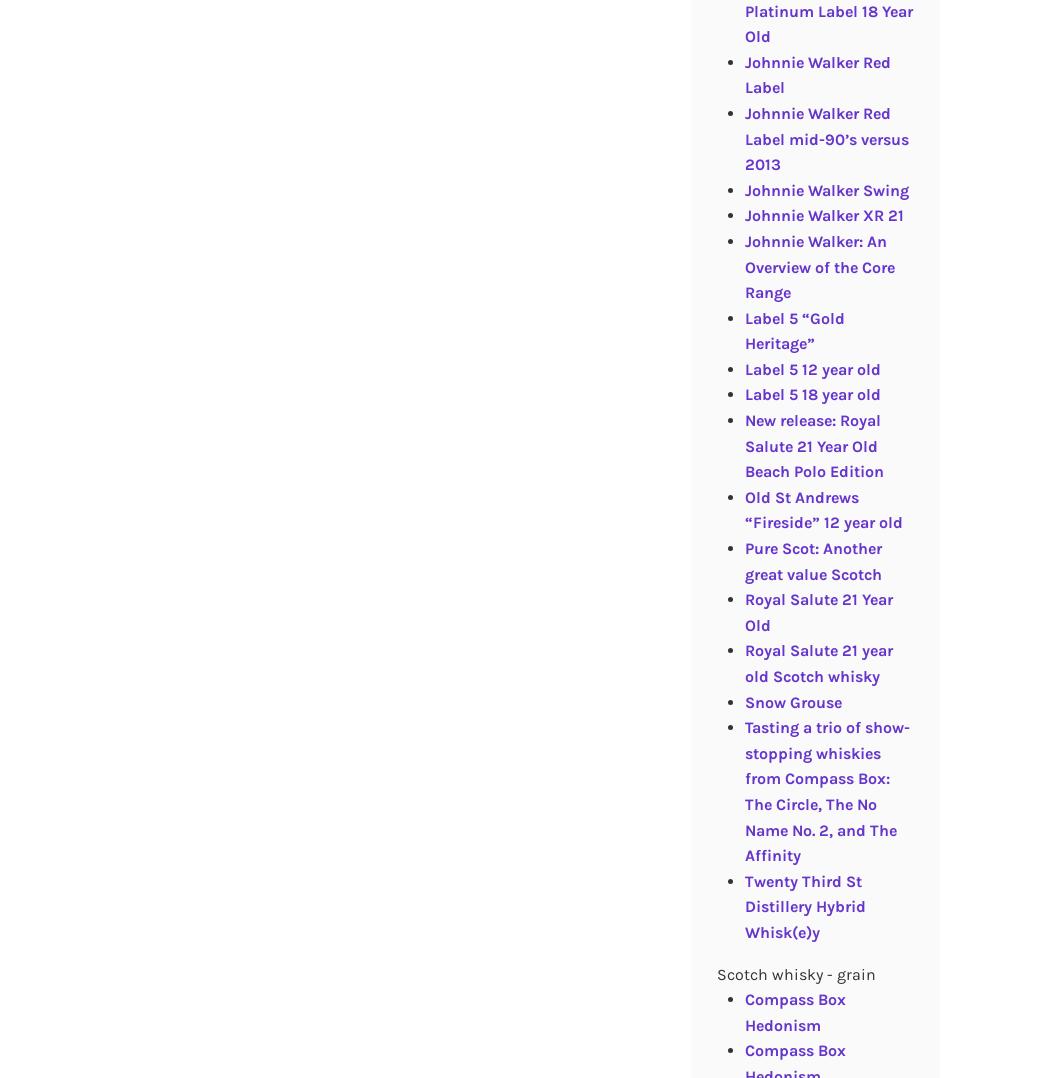 This screenshot has height=1078, width=1050. What do you see at coordinates (822, 215) in the screenshot?
I see `'Johnnie Walker XR 21'` at bounding box center [822, 215].